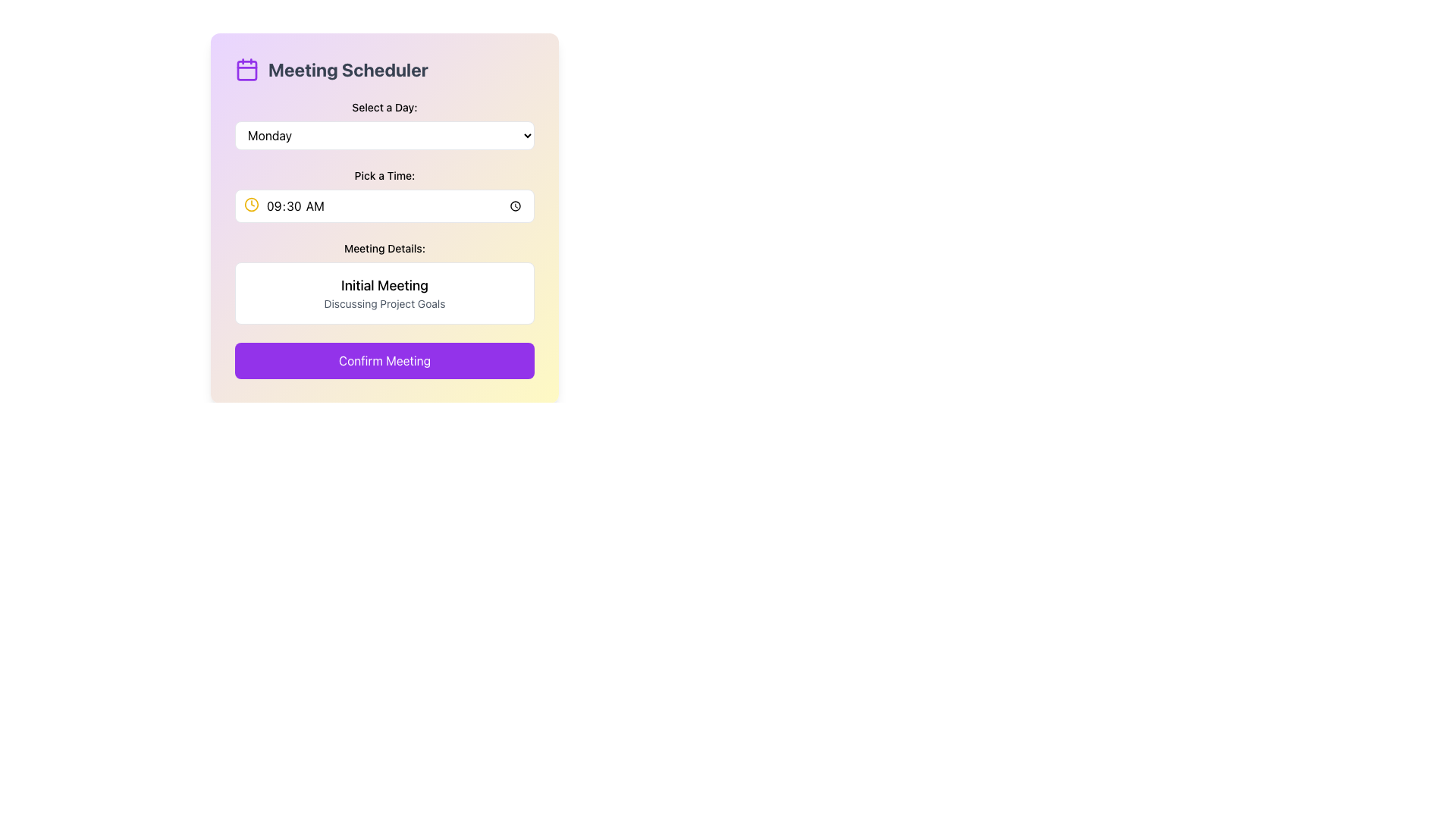 This screenshot has width=1456, height=819. Describe the element at coordinates (384, 304) in the screenshot. I see `descriptive label text located in the 'Meeting Details' section, positioned below the header text 'Initial Meeting'` at that location.